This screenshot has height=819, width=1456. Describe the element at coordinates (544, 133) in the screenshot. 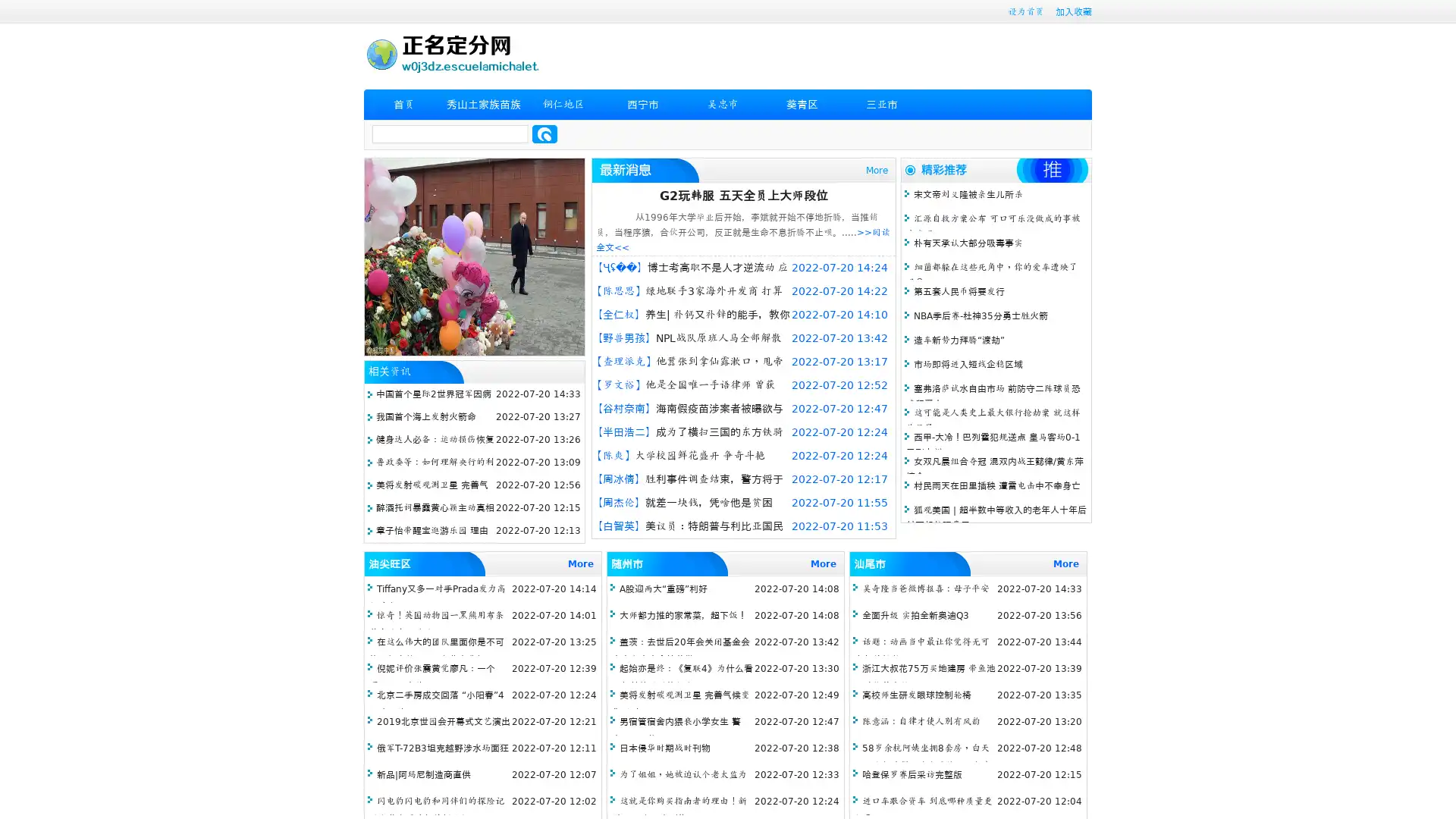

I see `Search` at that location.